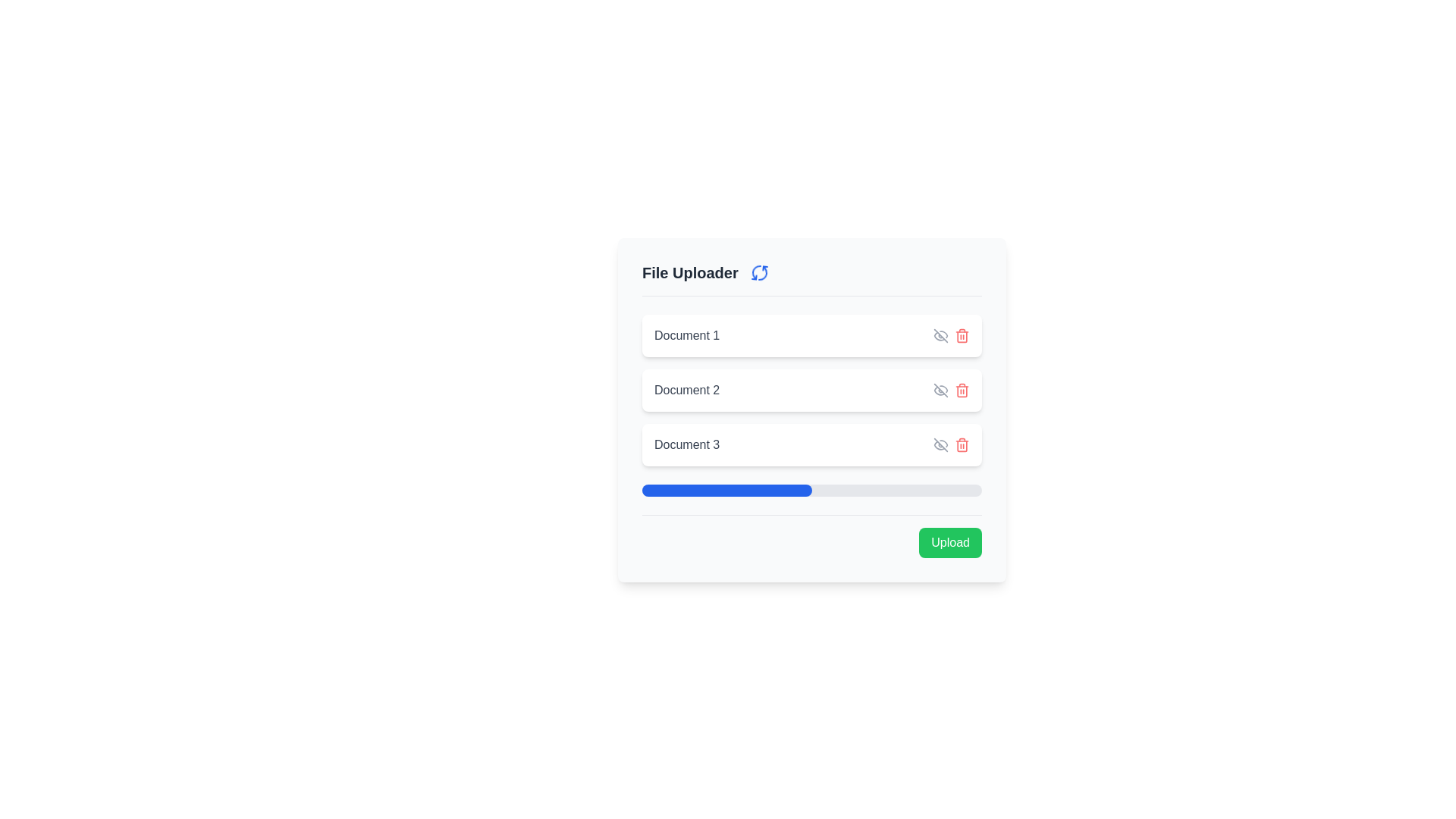  I want to click on the spinning animation on the Header section with an indicator icon, which serves as the title for the file uploading interface, so click(811, 278).